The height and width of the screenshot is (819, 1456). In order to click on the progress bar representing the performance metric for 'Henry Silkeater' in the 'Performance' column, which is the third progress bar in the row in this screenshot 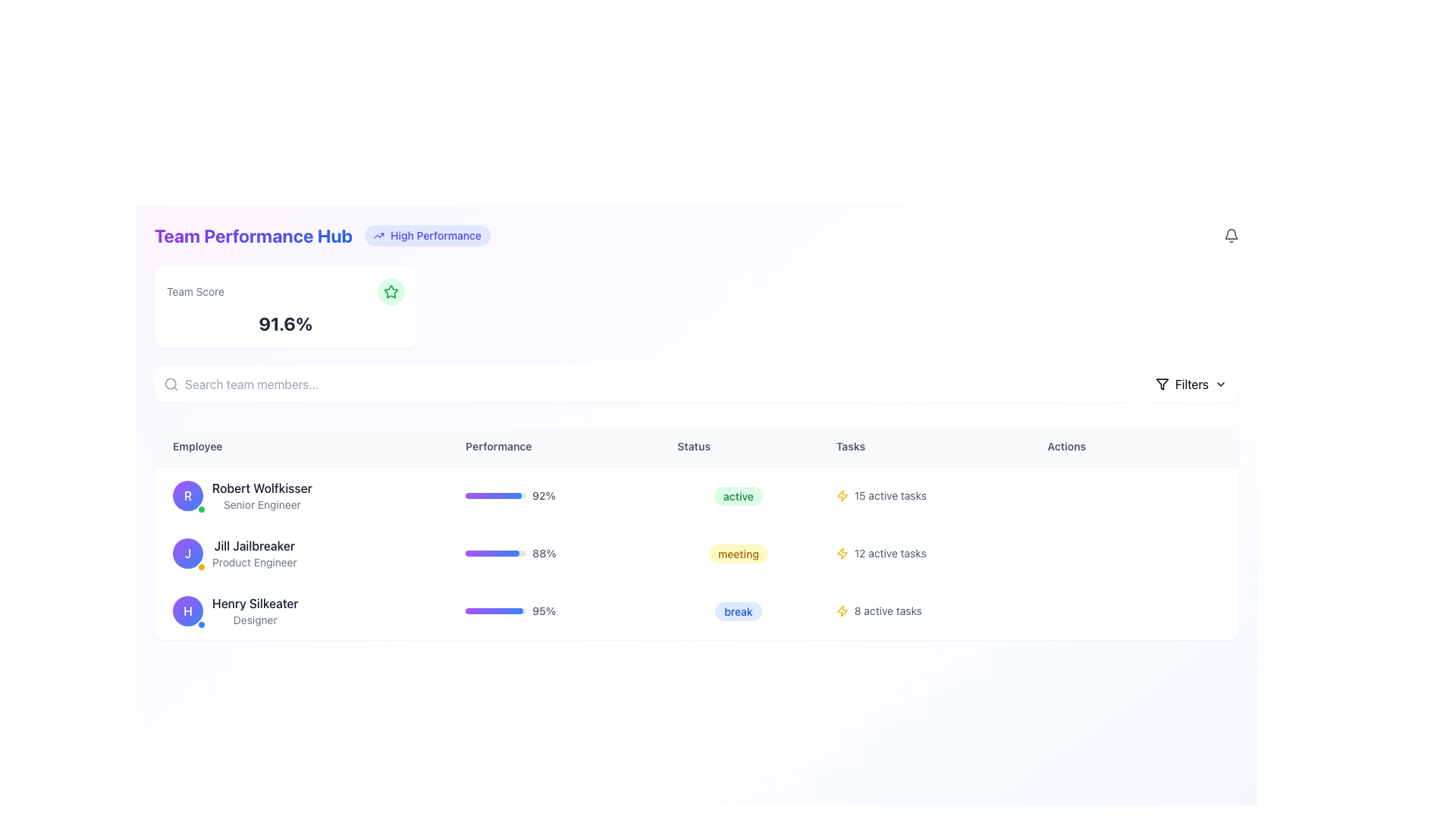, I will do `click(494, 610)`.